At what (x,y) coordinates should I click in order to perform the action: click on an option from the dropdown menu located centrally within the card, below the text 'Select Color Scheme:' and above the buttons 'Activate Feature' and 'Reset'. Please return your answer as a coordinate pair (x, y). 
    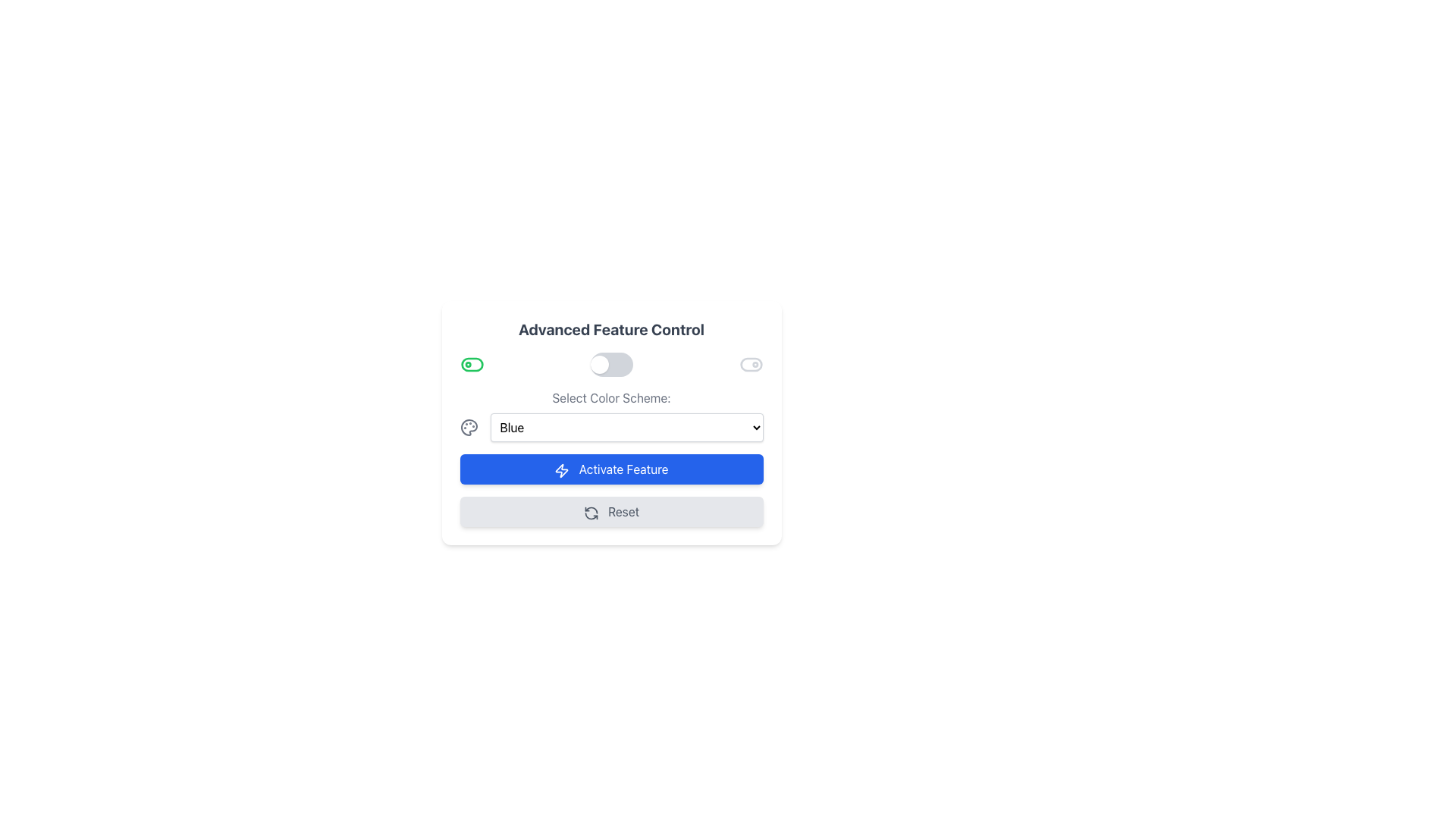
    Looking at the image, I should click on (611, 423).